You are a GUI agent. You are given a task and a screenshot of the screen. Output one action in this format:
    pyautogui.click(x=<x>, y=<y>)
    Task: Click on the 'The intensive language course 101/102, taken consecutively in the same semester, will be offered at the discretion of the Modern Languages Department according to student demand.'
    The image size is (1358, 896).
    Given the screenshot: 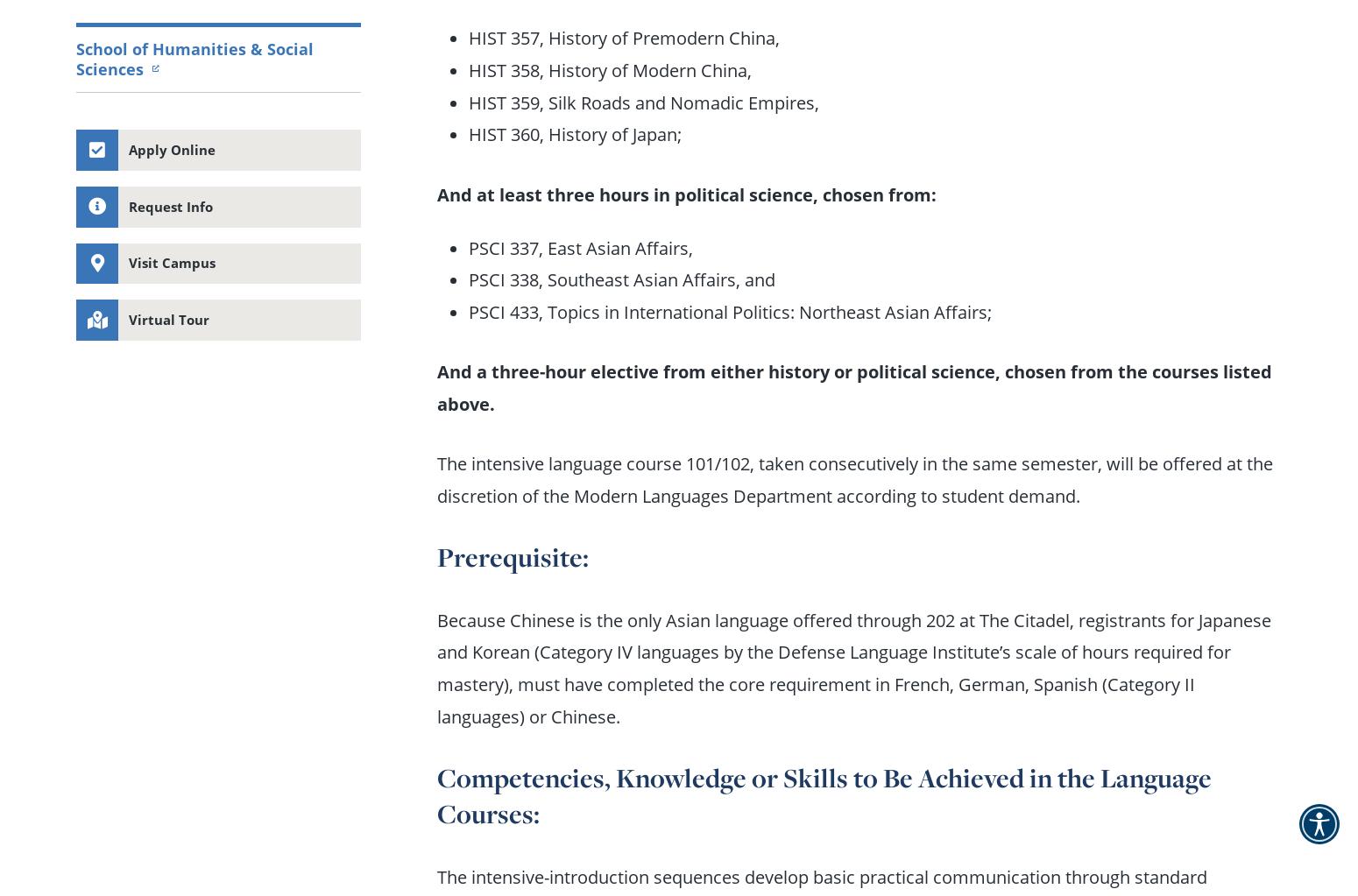 What is the action you would take?
    pyautogui.click(x=854, y=478)
    